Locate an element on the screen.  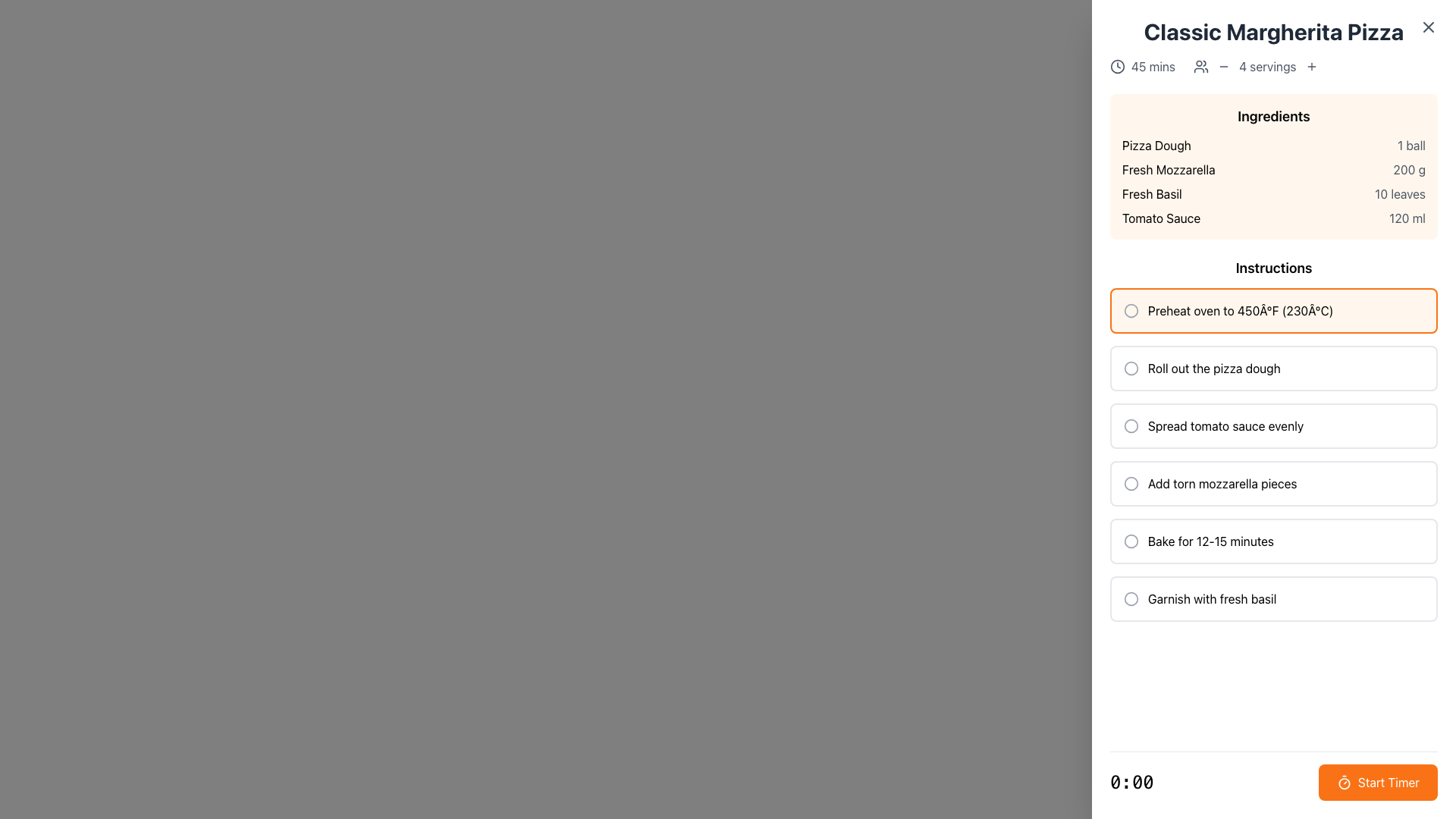
the Text Label providing guidance to spread tomato sauce evenly, which is located in the third step of the 'Instructions' list on the right panel is located at coordinates (1225, 426).